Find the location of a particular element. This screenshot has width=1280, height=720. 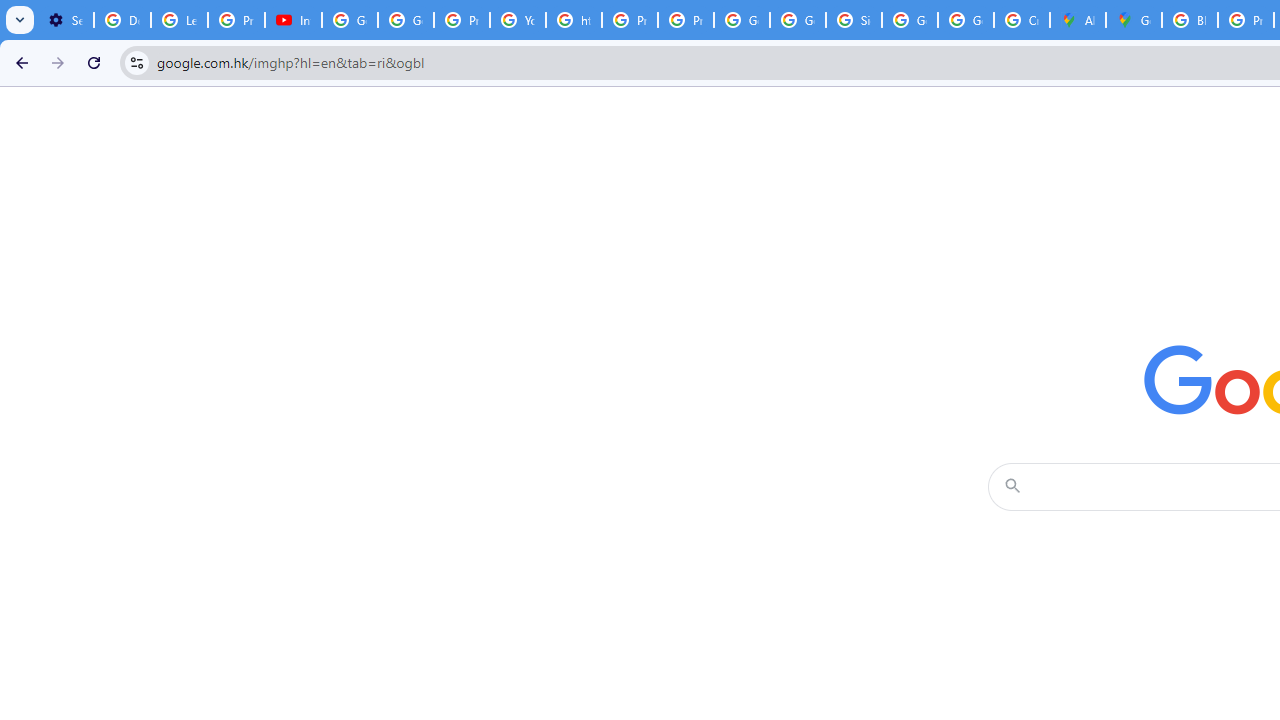

'YouTube' is located at coordinates (518, 20).